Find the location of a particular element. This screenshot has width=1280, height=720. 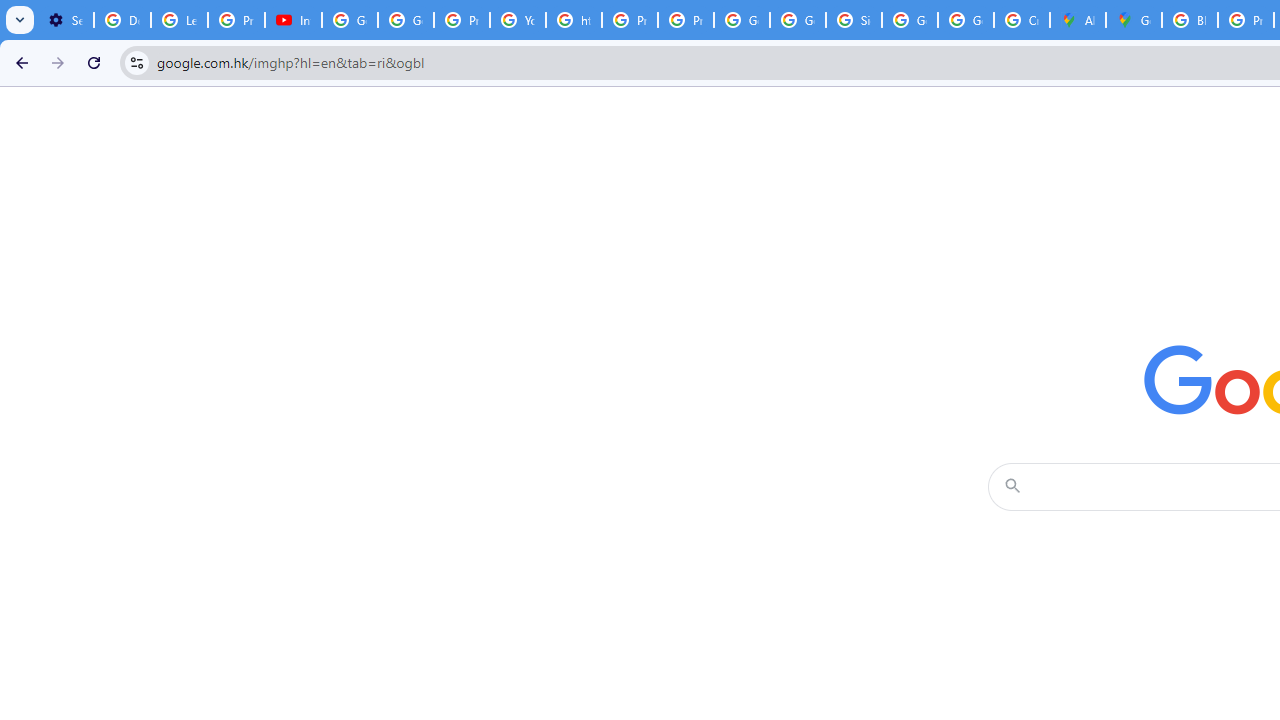

'YouTube' is located at coordinates (518, 20).